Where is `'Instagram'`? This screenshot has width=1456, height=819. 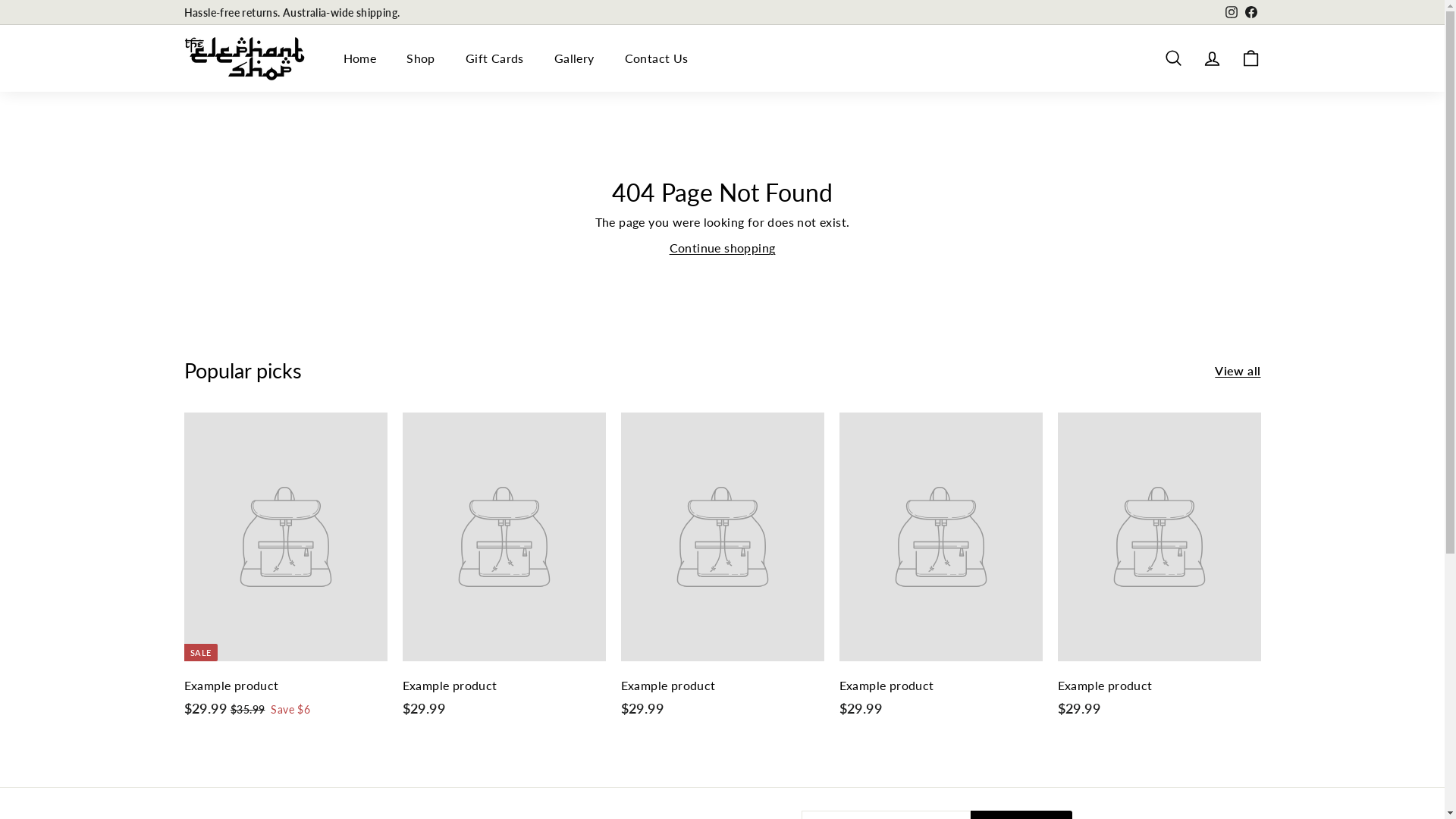 'Instagram' is located at coordinates (1230, 11).